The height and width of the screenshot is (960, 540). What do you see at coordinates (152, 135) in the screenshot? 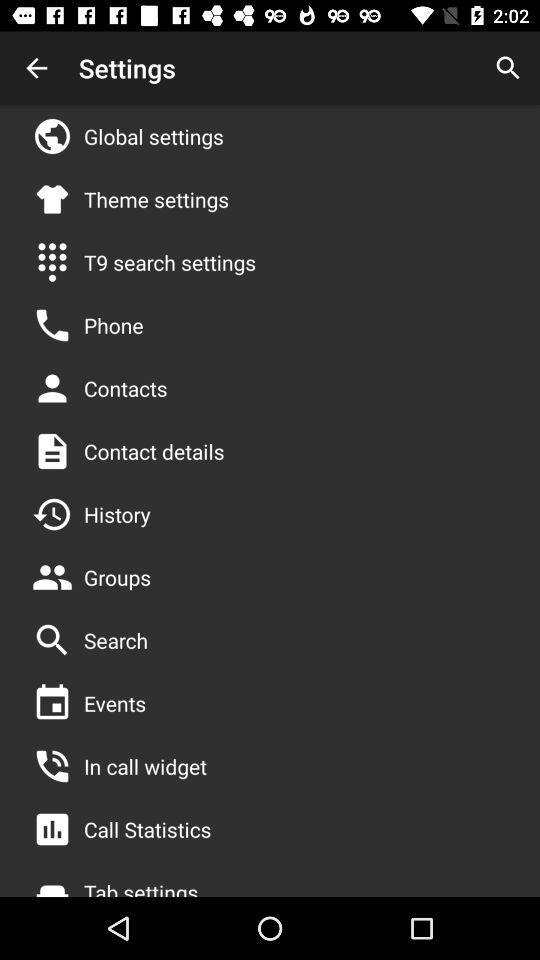
I see `global settings item` at bounding box center [152, 135].